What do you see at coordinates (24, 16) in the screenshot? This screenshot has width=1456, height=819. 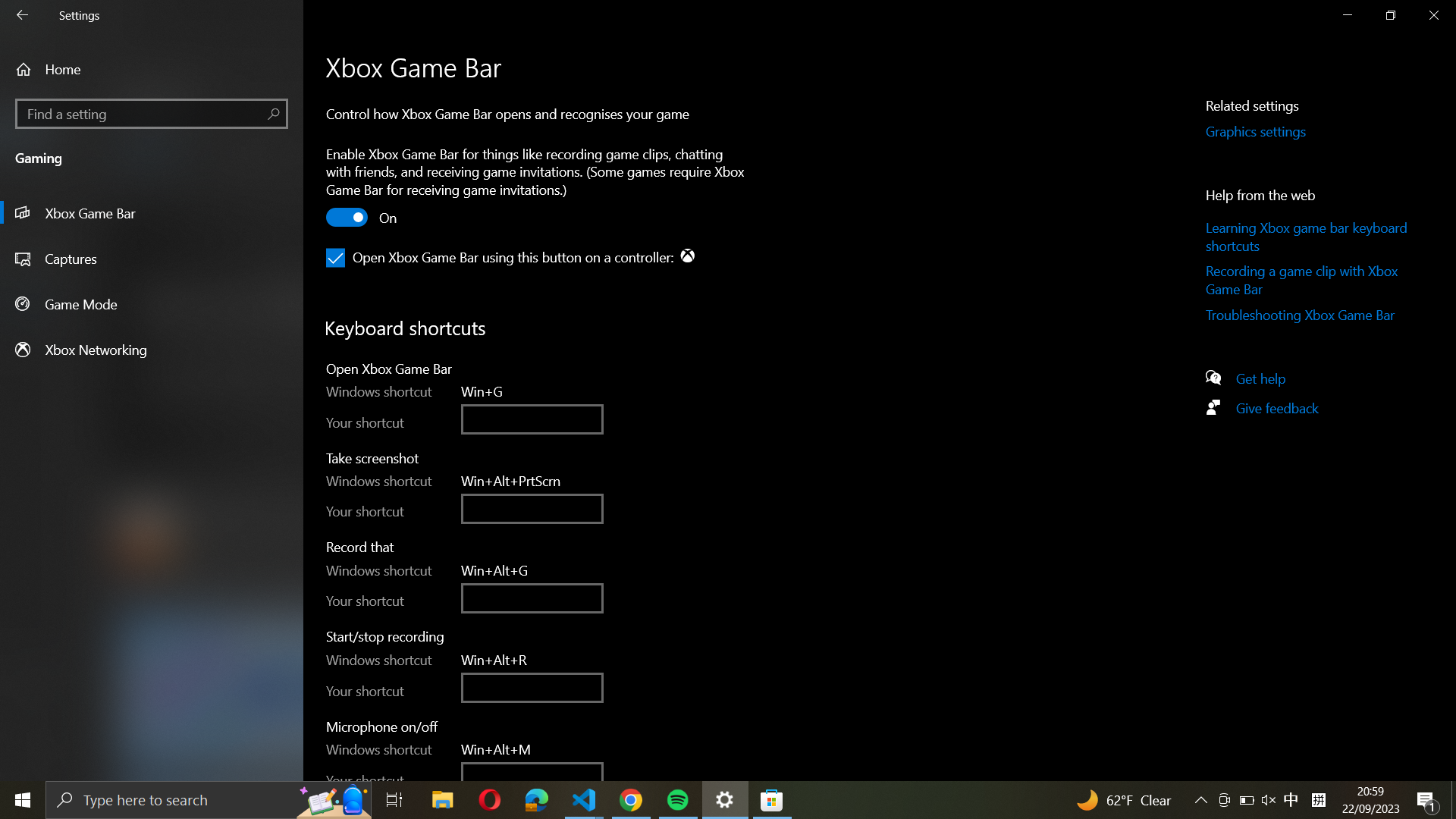 I see `Execute a backward navigation to the former settings page using the back arrow` at bounding box center [24, 16].